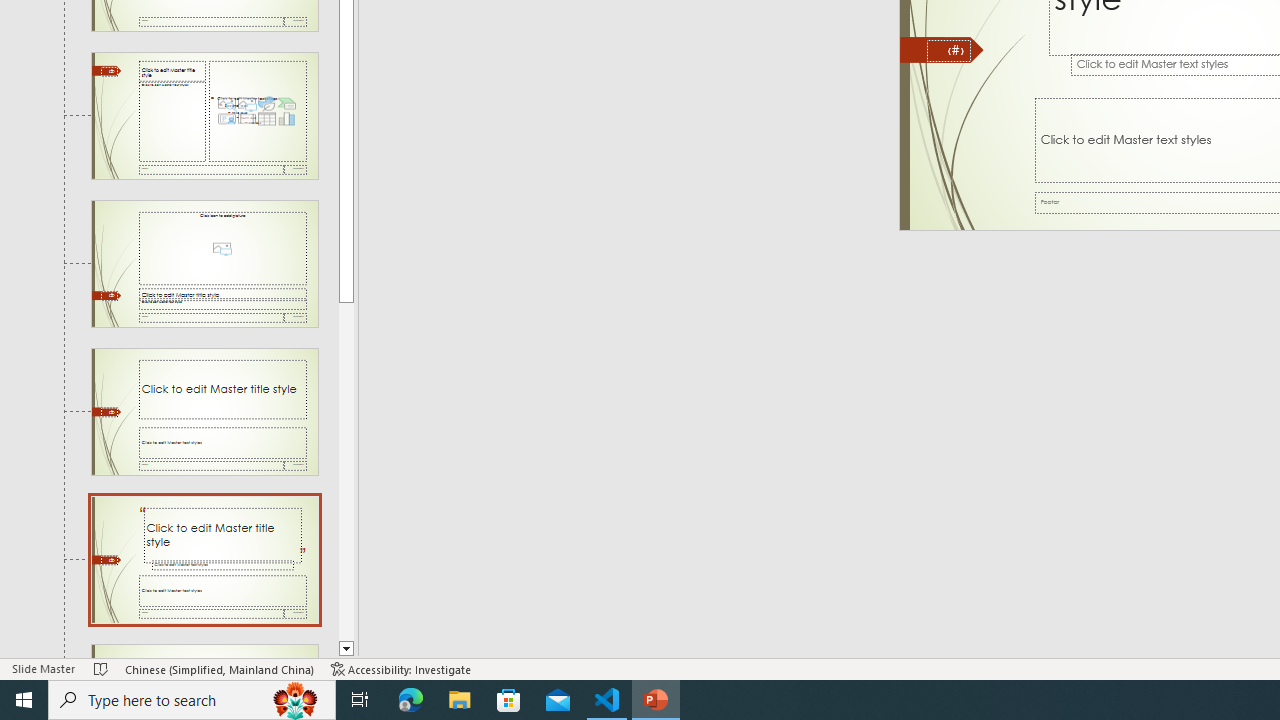  Describe the element at coordinates (204, 116) in the screenshot. I see `'Slide Content with Caption Layout: used by no slides'` at that location.